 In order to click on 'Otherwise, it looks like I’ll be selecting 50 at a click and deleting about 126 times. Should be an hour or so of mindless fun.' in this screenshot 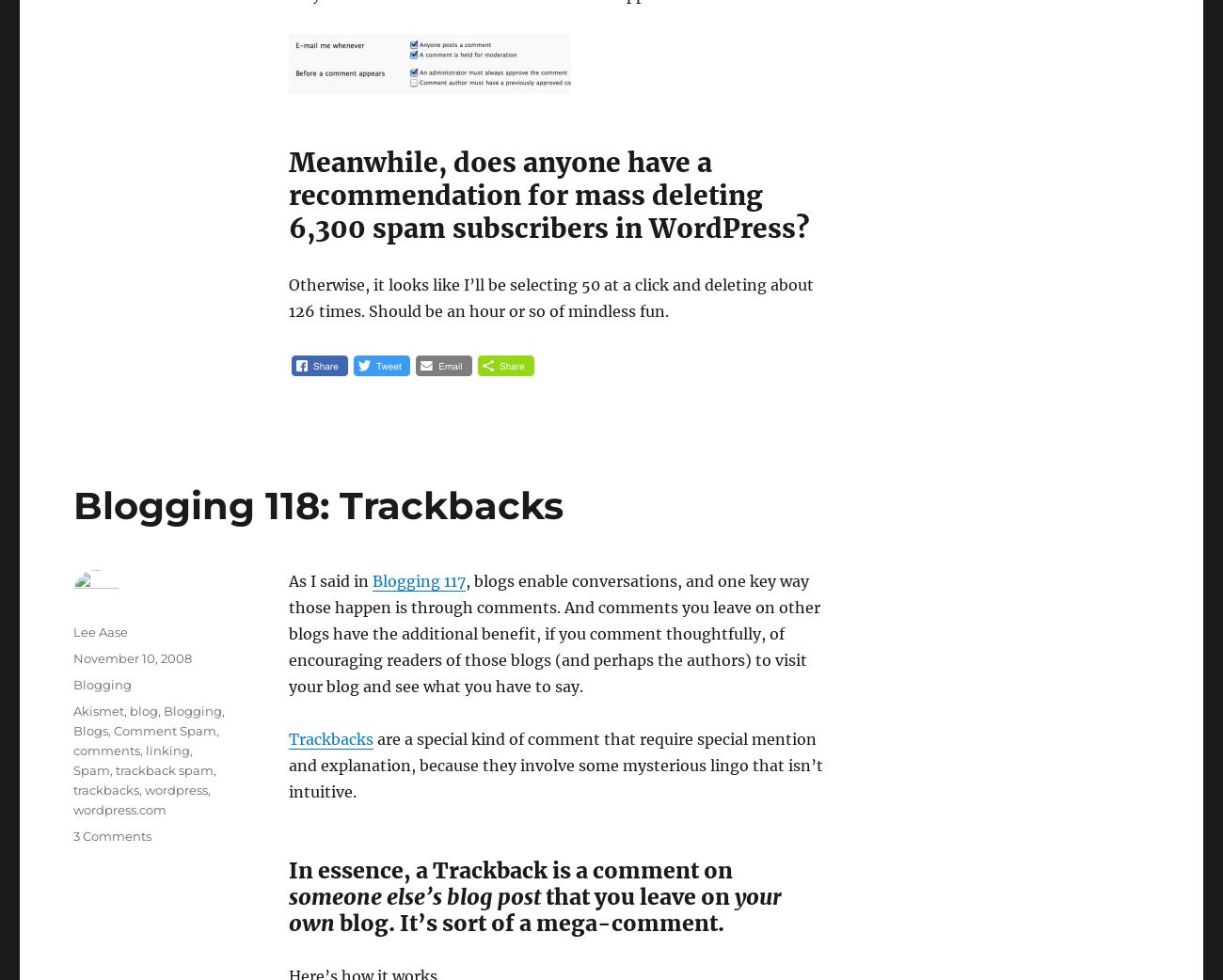, I will do `click(288, 297)`.